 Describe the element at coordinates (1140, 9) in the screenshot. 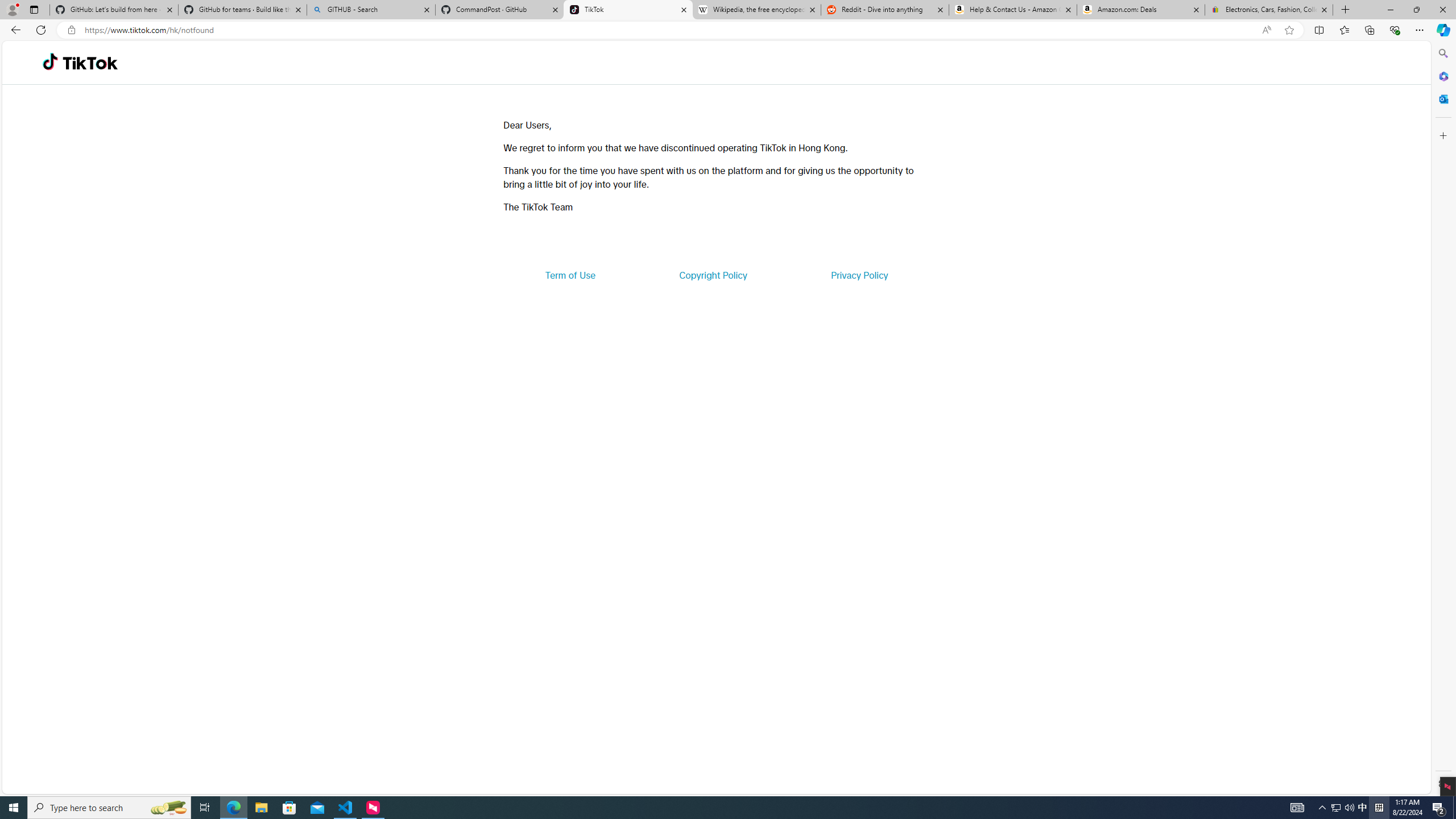

I see `'Amazon.com: Deals'` at that location.